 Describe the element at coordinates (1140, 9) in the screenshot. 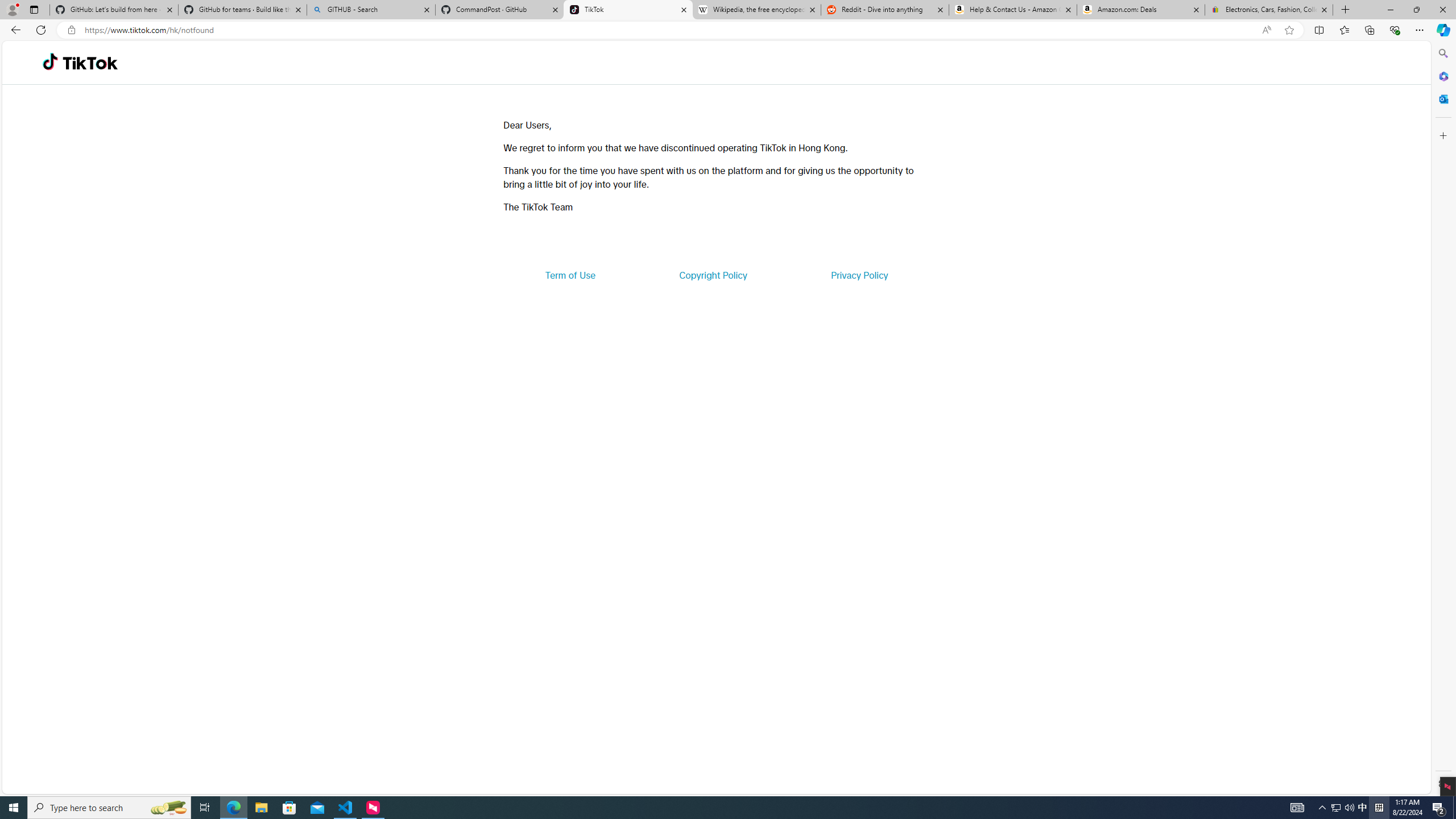

I see `'Amazon.com: Deals'` at that location.